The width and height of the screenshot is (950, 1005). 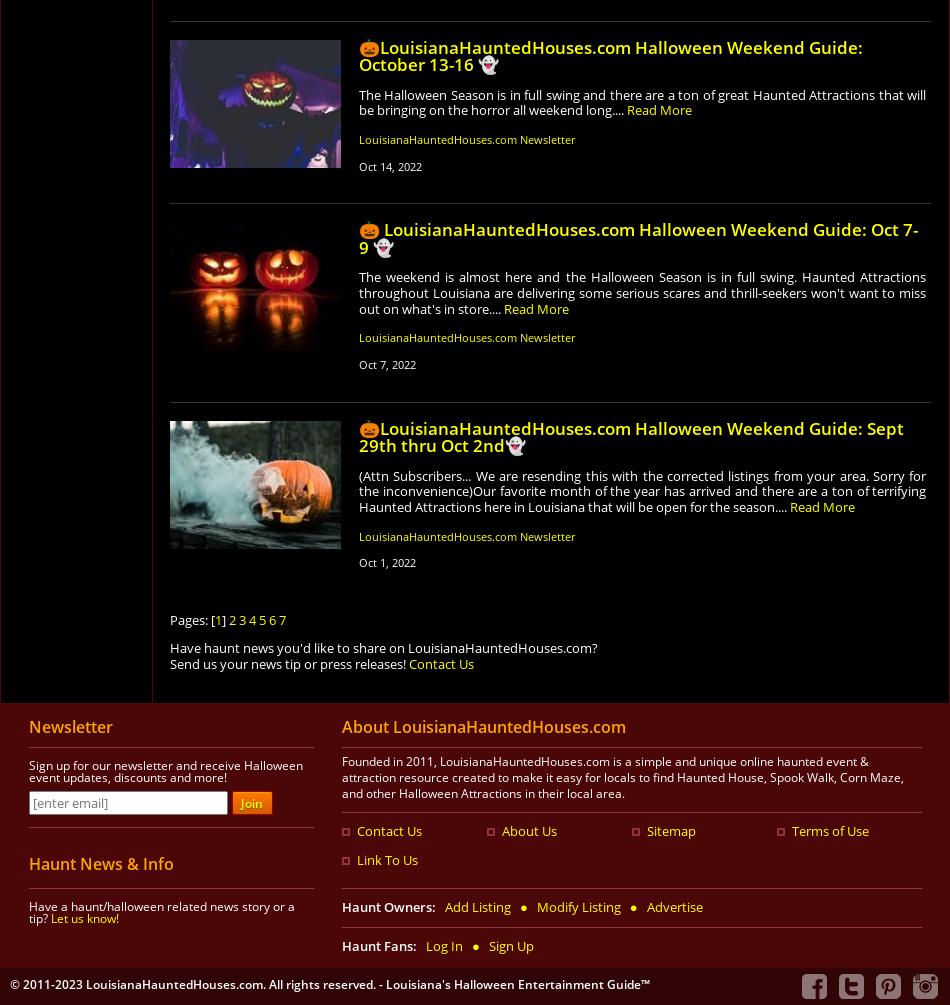 I want to click on 'Send us your news tip or press releases!', so click(x=287, y=663).